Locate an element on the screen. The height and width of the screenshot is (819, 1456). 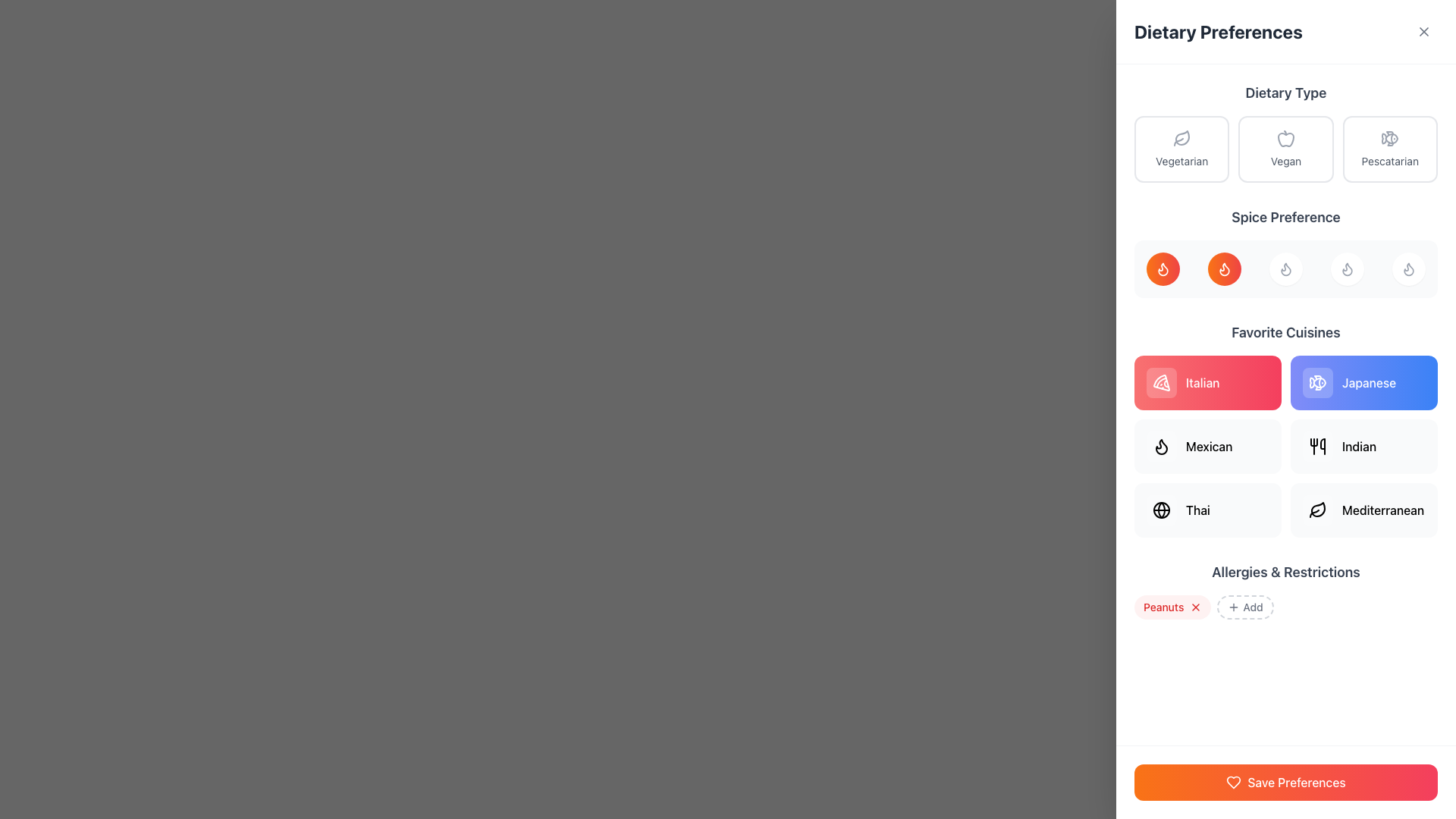
the fish icon representing the 'Pescatarian' choice in the 'Dietary Type' section, which is the third button in the row of buttons is located at coordinates (1392, 138).